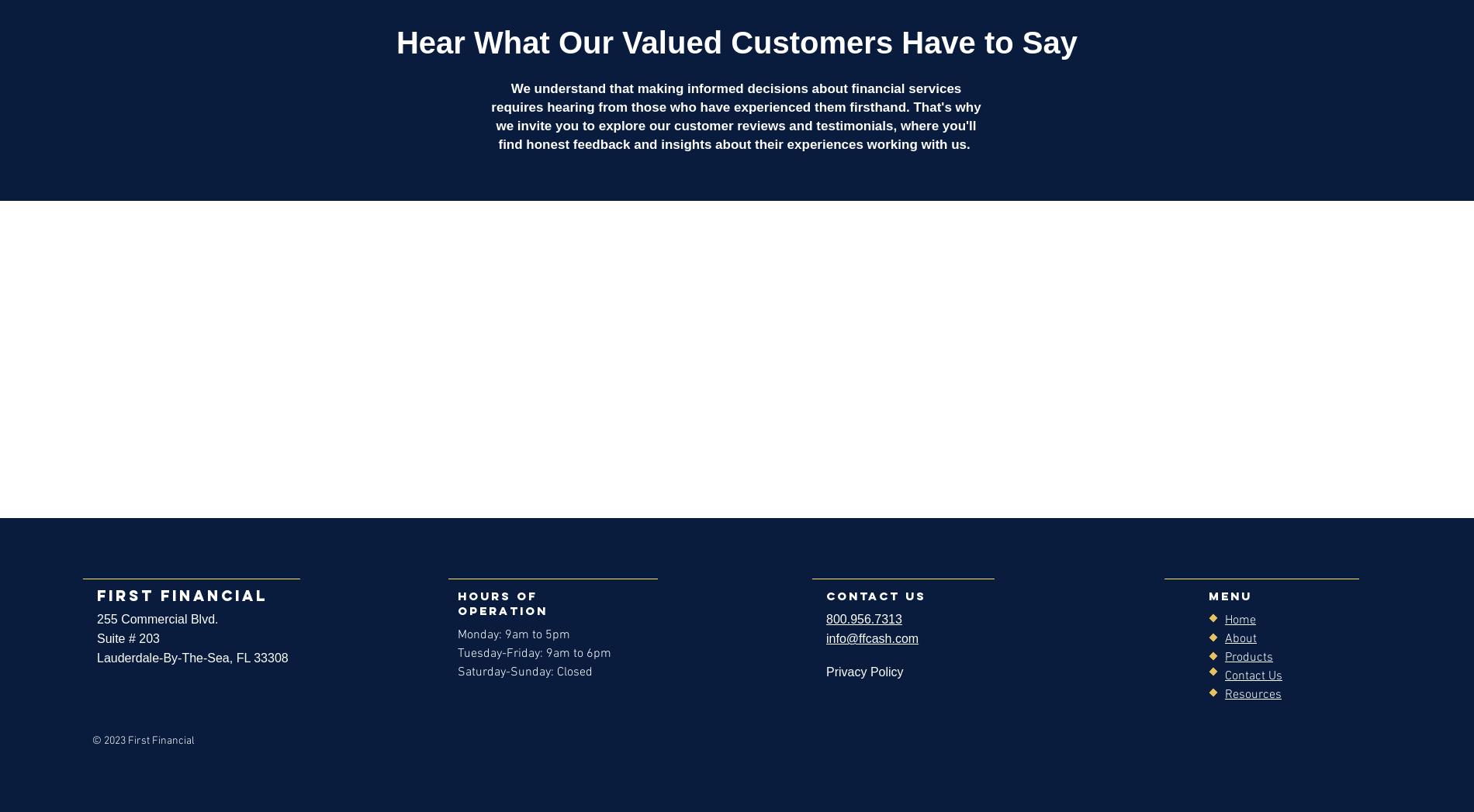 This screenshot has width=1474, height=812. What do you see at coordinates (127, 638) in the screenshot?
I see `'Suite # 203'` at bounding box center [127, 638].